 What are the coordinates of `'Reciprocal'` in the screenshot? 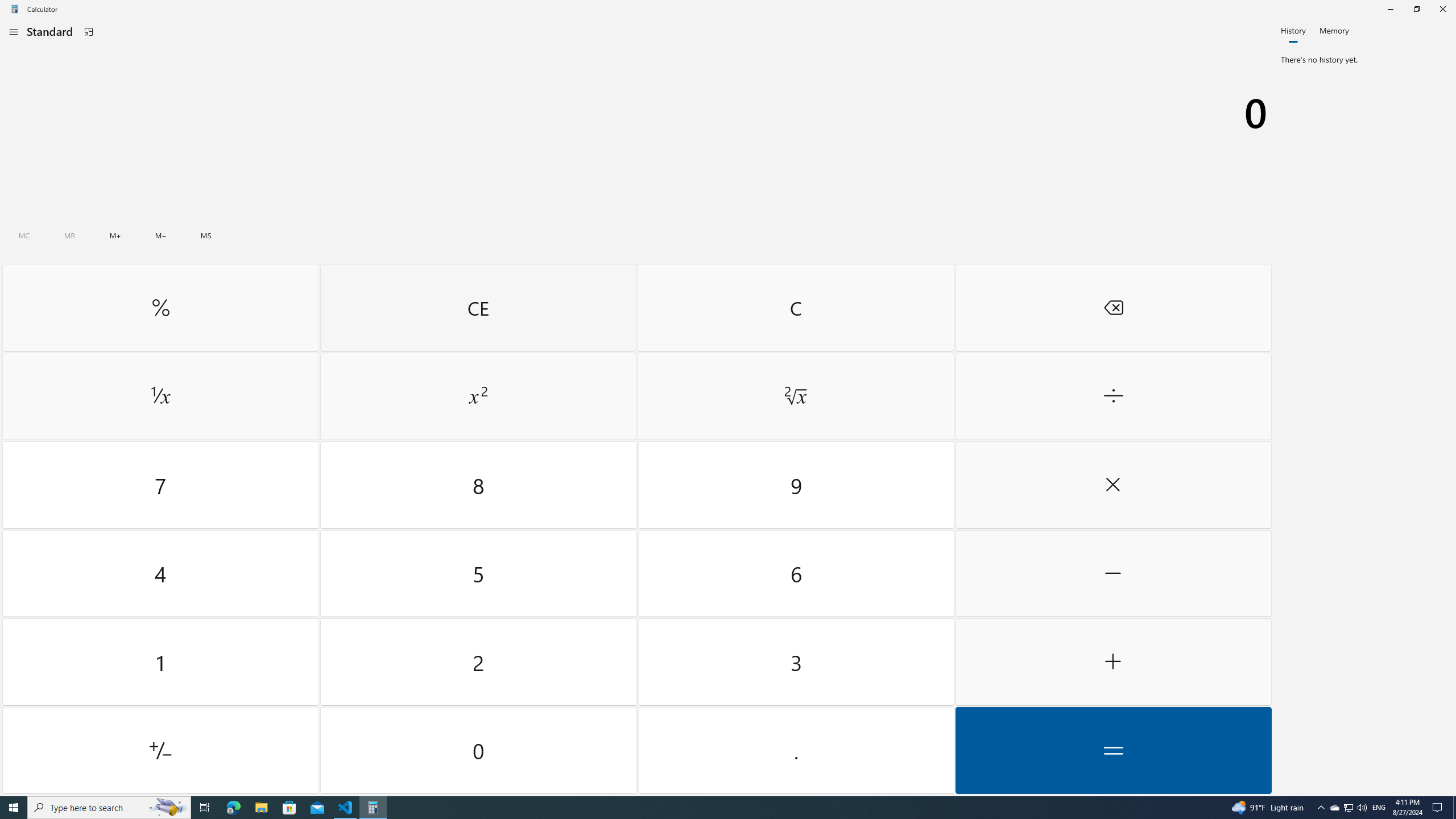 It's located at (160, 396).